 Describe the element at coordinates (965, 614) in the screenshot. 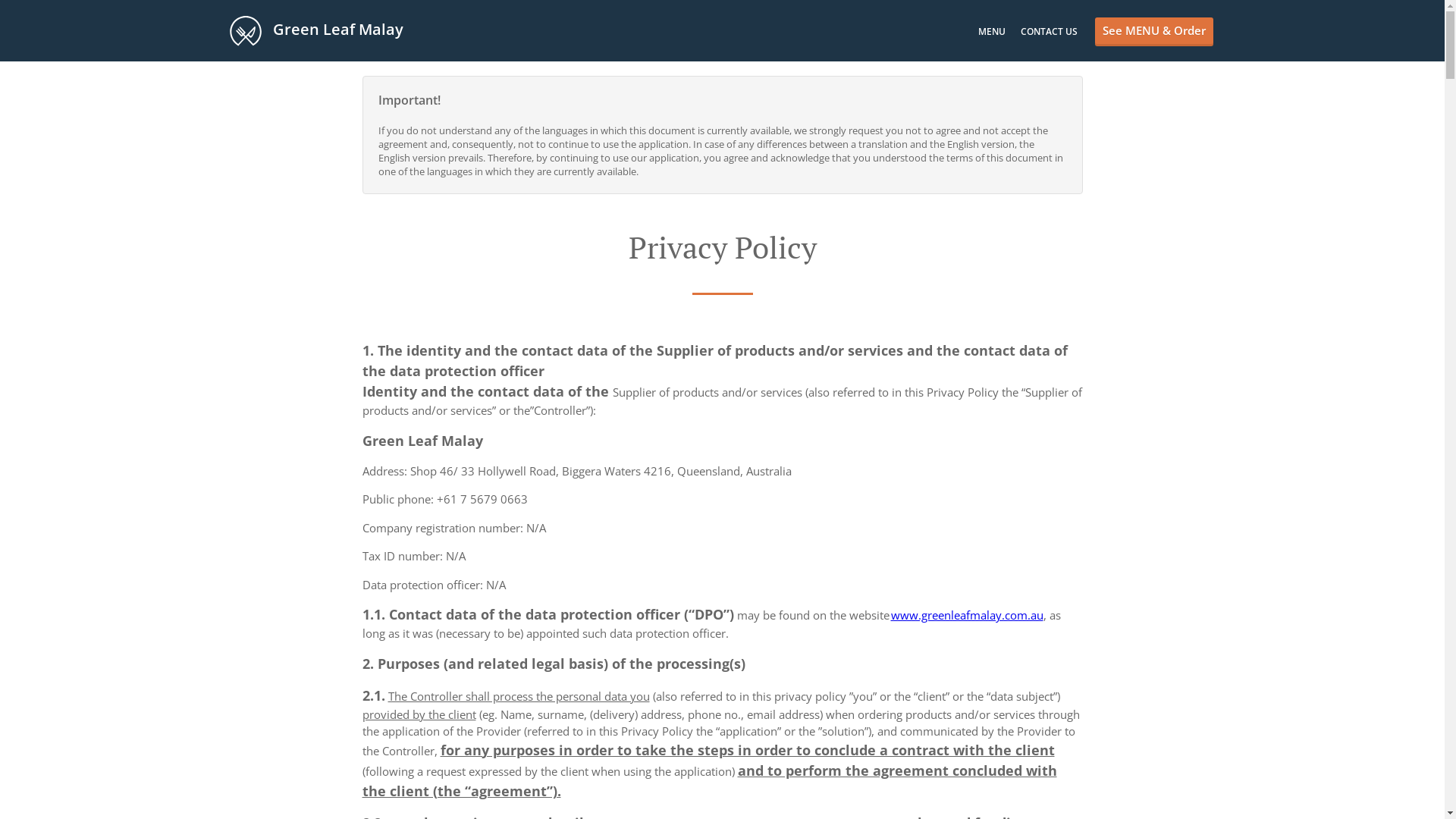

I see `'www.greenleafmalay.com.au'` at that location.